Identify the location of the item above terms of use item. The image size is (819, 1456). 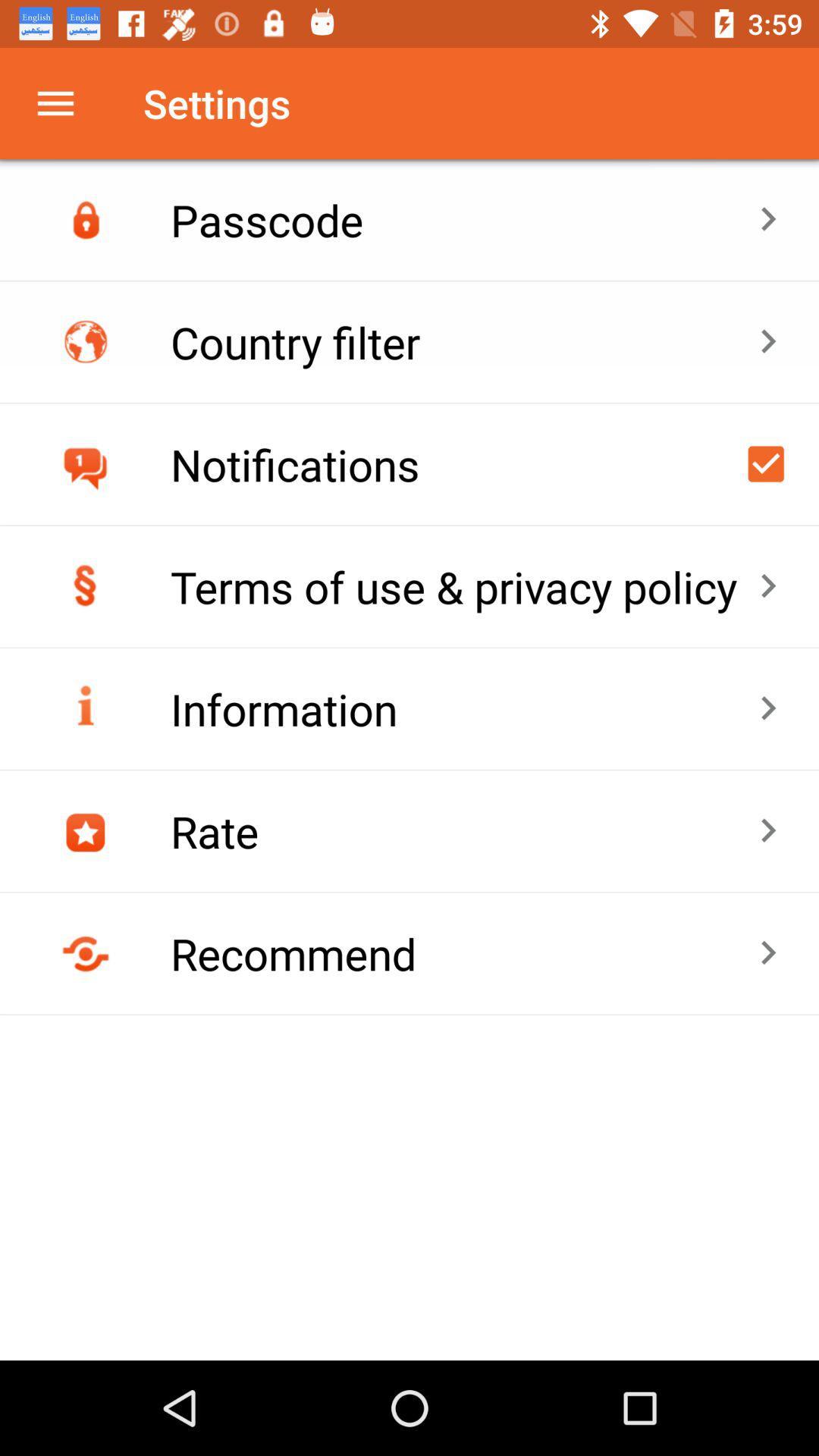
(463, 463).